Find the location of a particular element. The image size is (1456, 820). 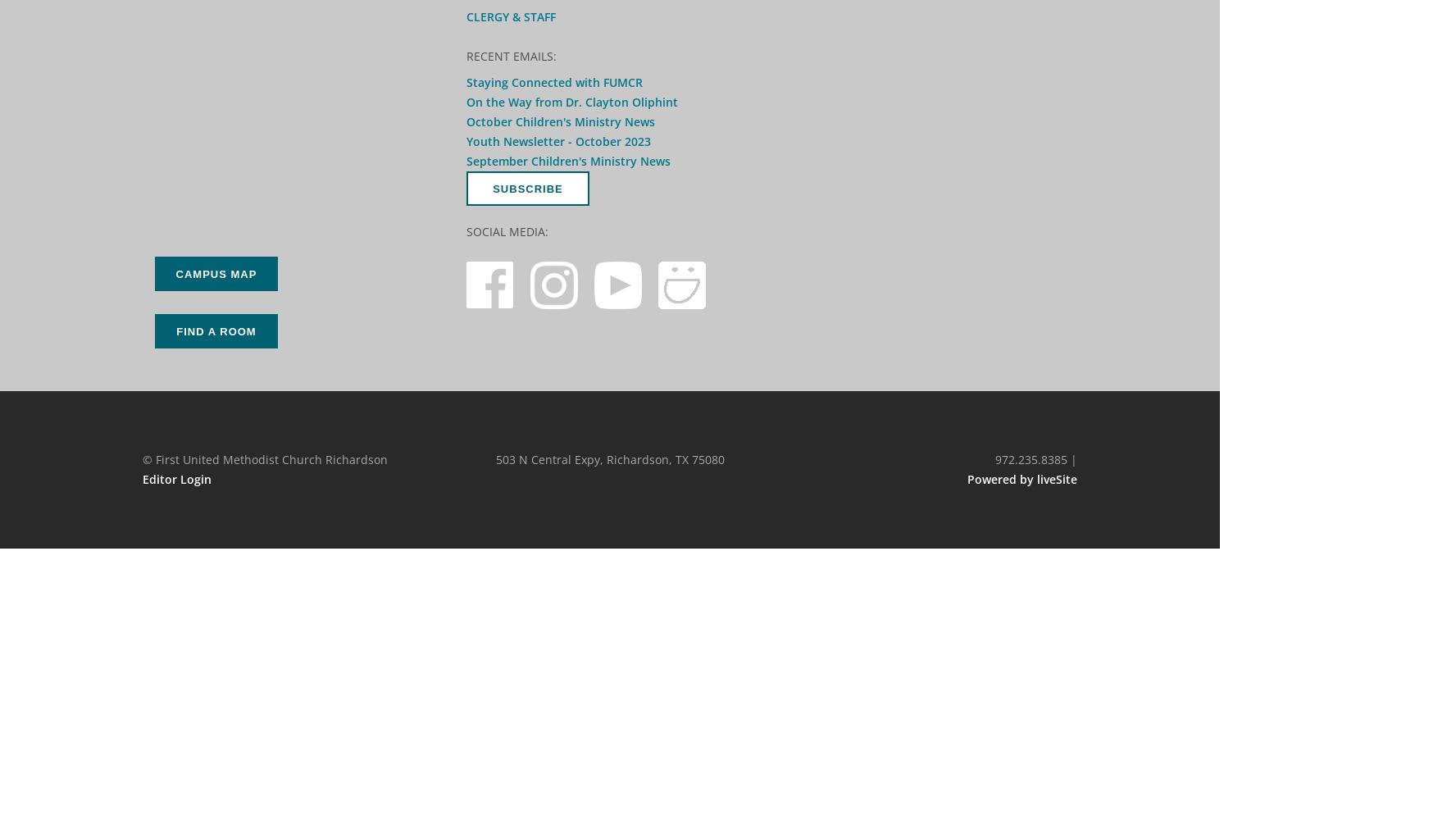

'Find a Room' is located at coordinates (216, 331).